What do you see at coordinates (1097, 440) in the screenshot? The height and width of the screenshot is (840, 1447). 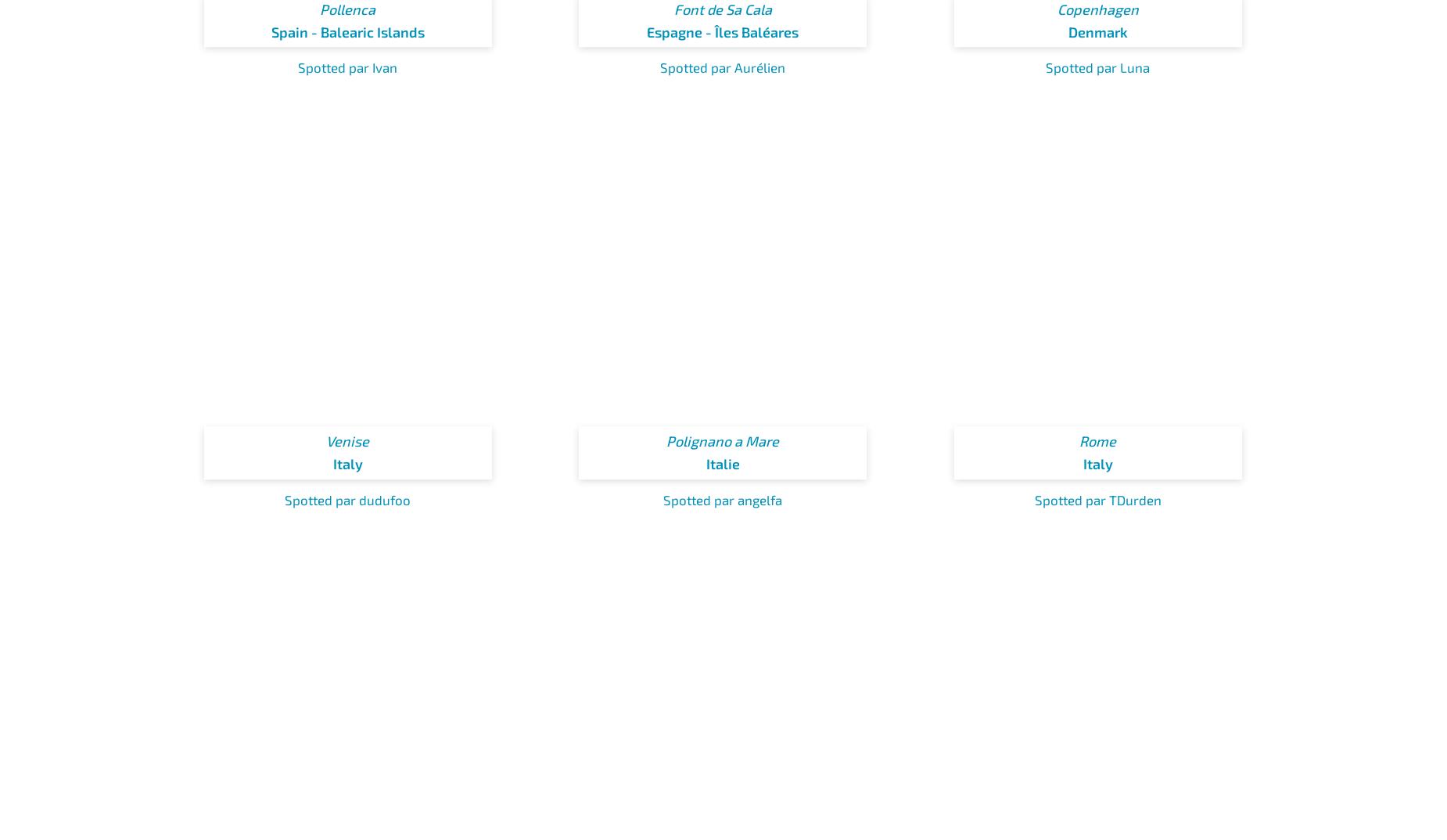 I see `'Rome'` at bounding box center [1097, 440].